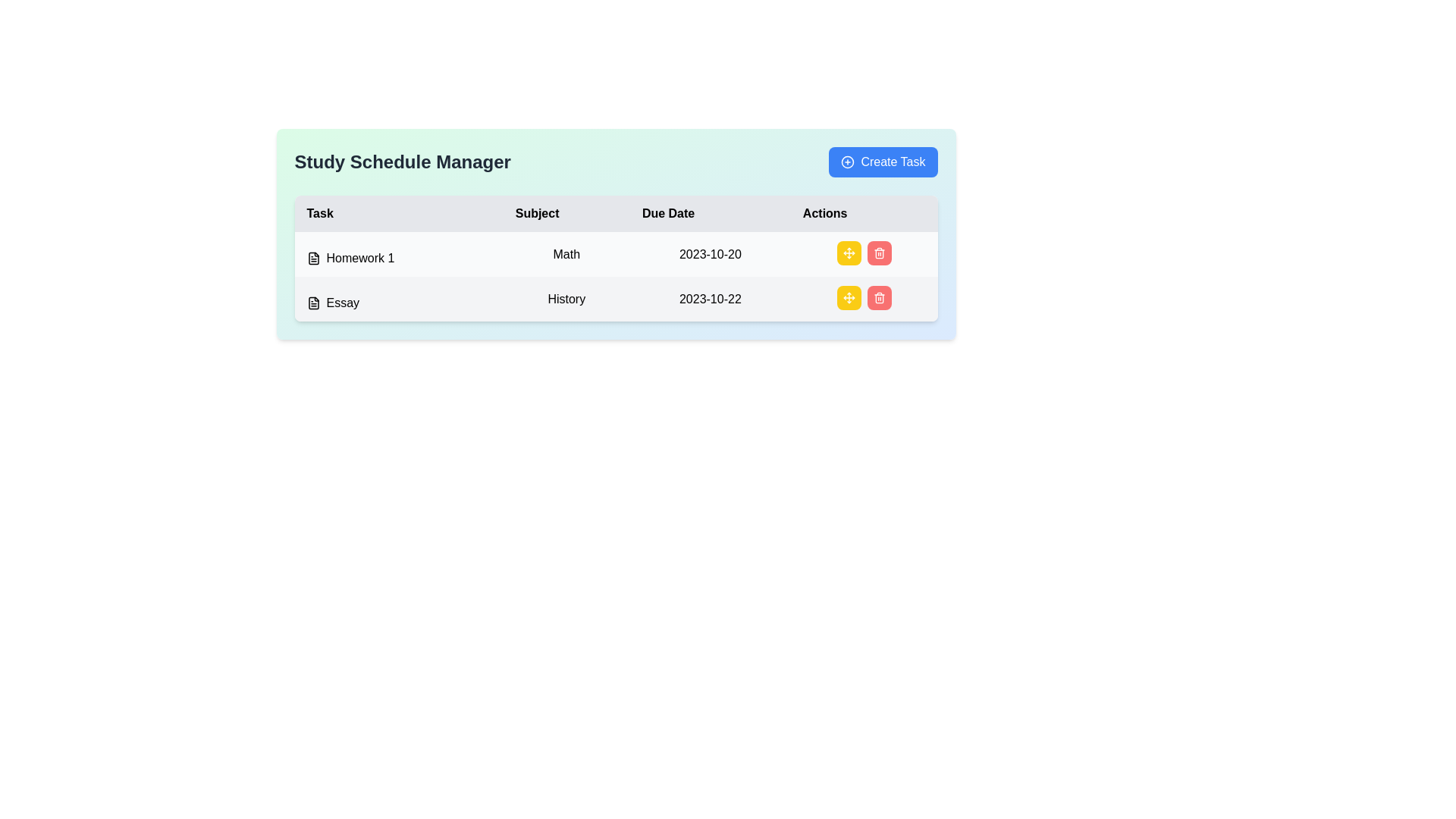 The image size is (1456, 819). I want to click on the button with a rounded yellow background representing drag functionality, located in the 'Actions' column, second row for the task 'Essay', so click(848, 298).